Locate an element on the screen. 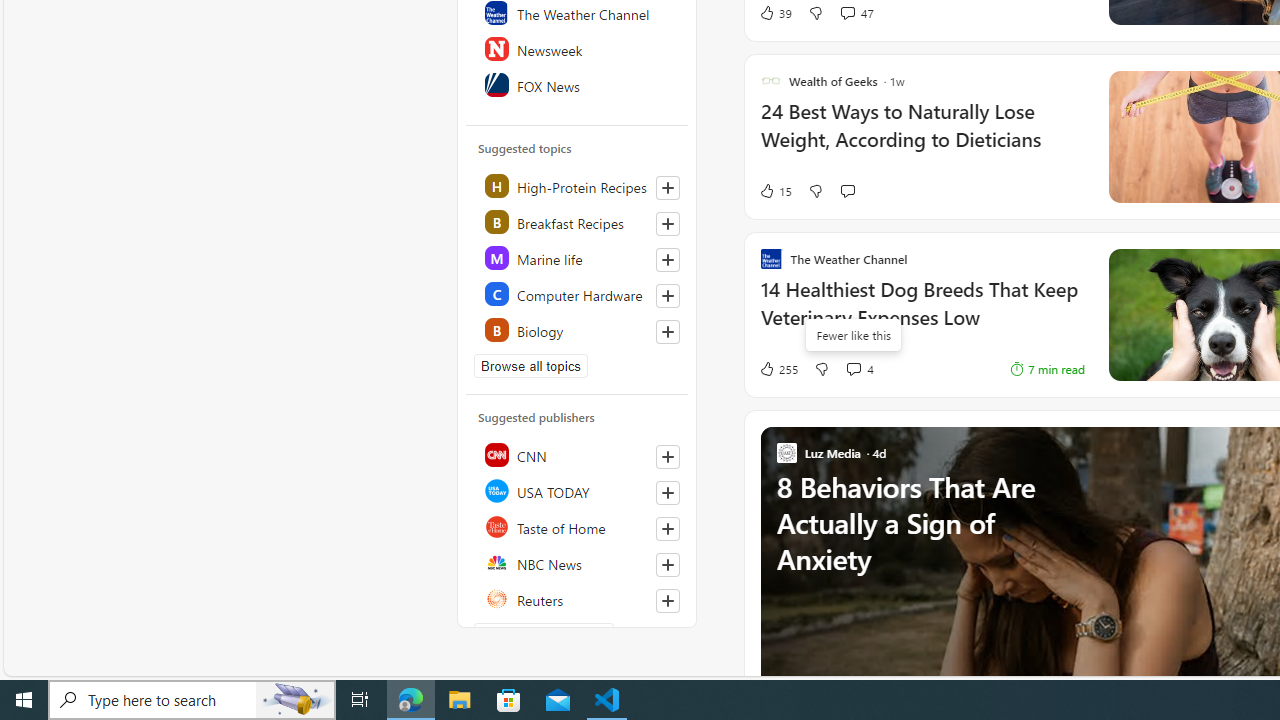 The image size is (1280, 720). 'Follow this topic' is located at coordinates (667, 330).